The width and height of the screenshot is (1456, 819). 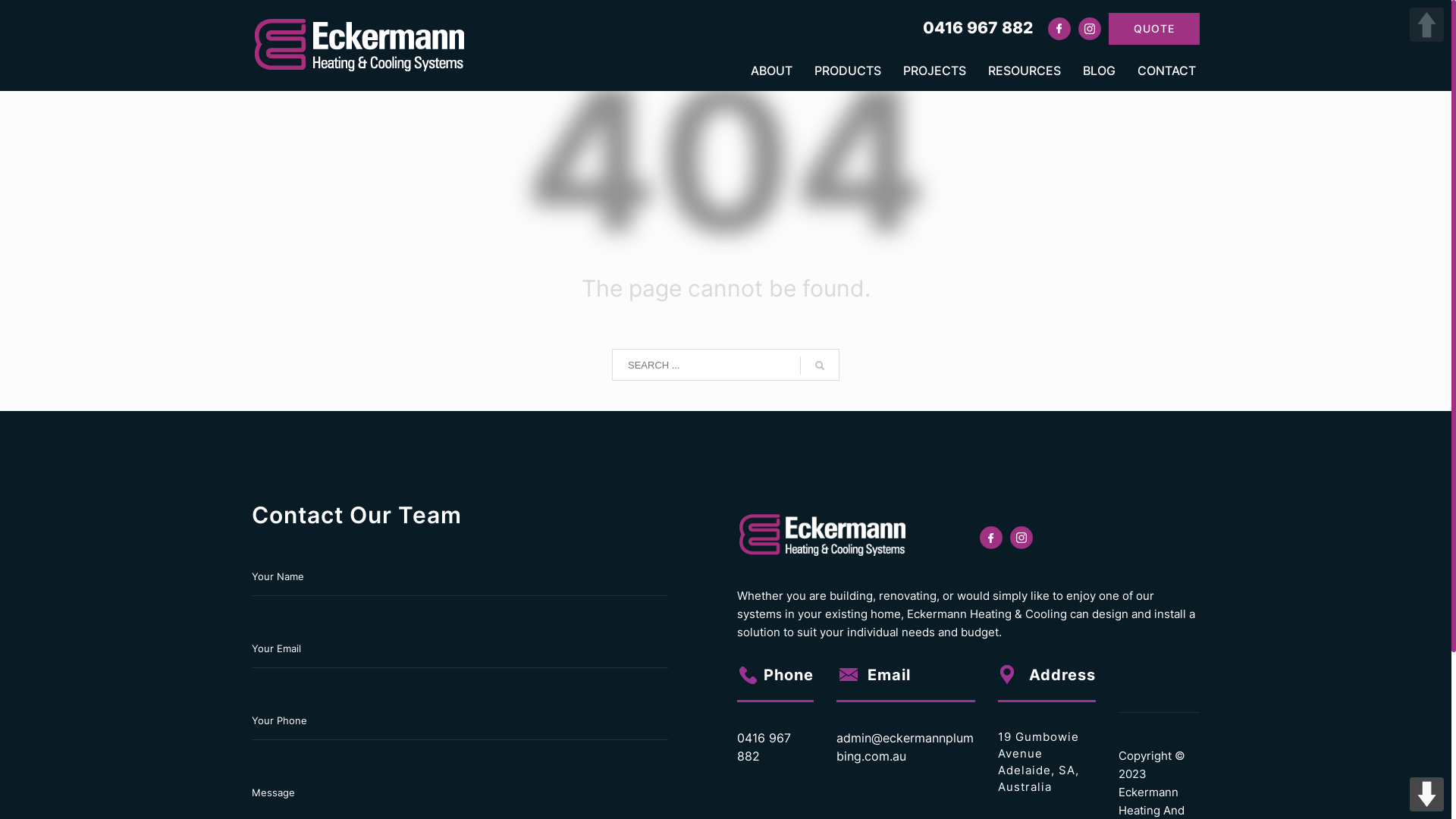 What do you see at coordinates (742, 70) in the screenshot?
I see `'ABOUT'` at bounding box center [742, 70].